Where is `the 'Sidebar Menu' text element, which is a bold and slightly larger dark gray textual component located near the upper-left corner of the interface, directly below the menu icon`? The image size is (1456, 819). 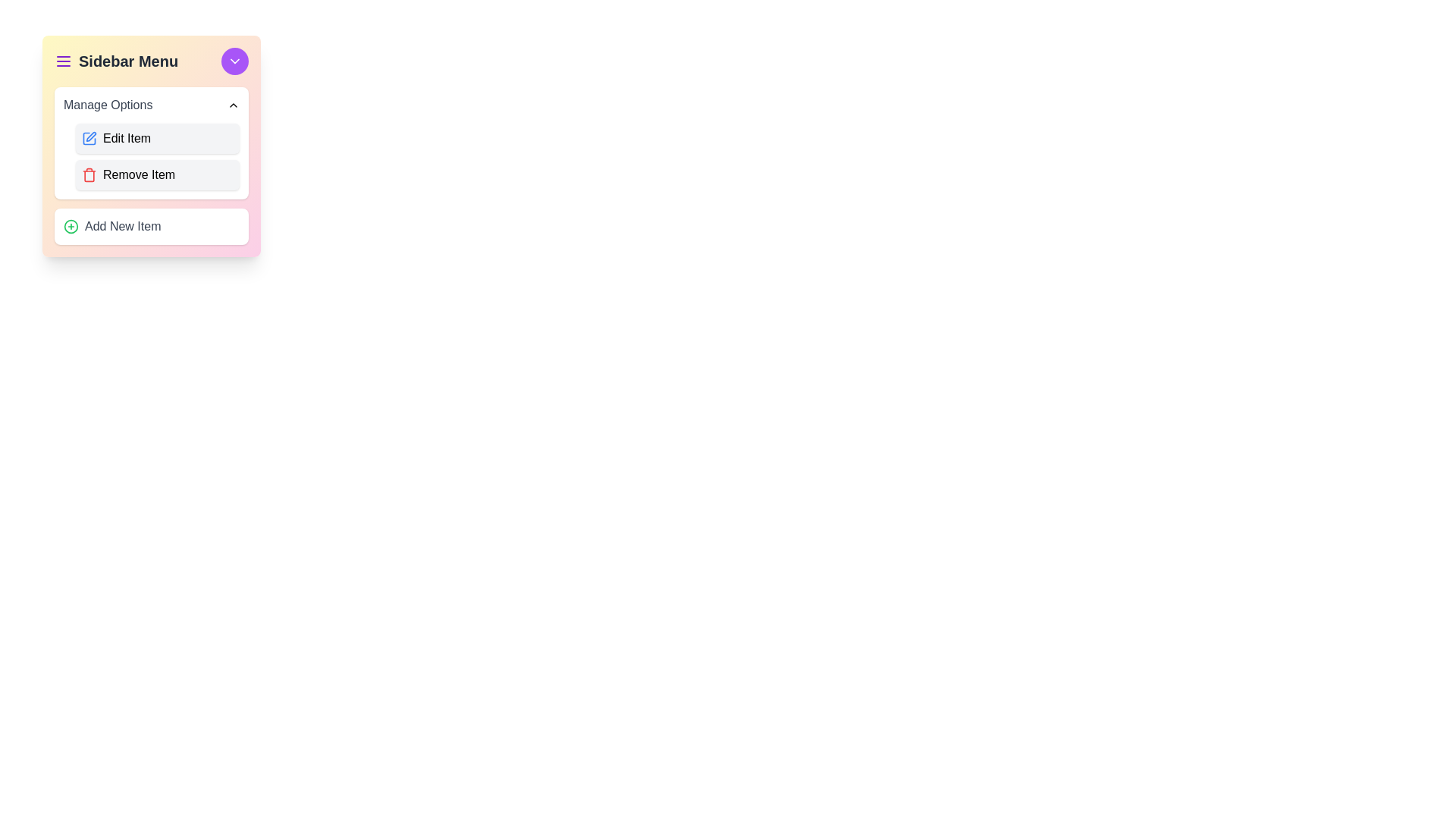 the 'Sidebar Menu' text element, which is a bold and slightly larger dark gray textual component located near the upper-left corner of the interface, directly below the menu icon is located at coordinates (128, 61).